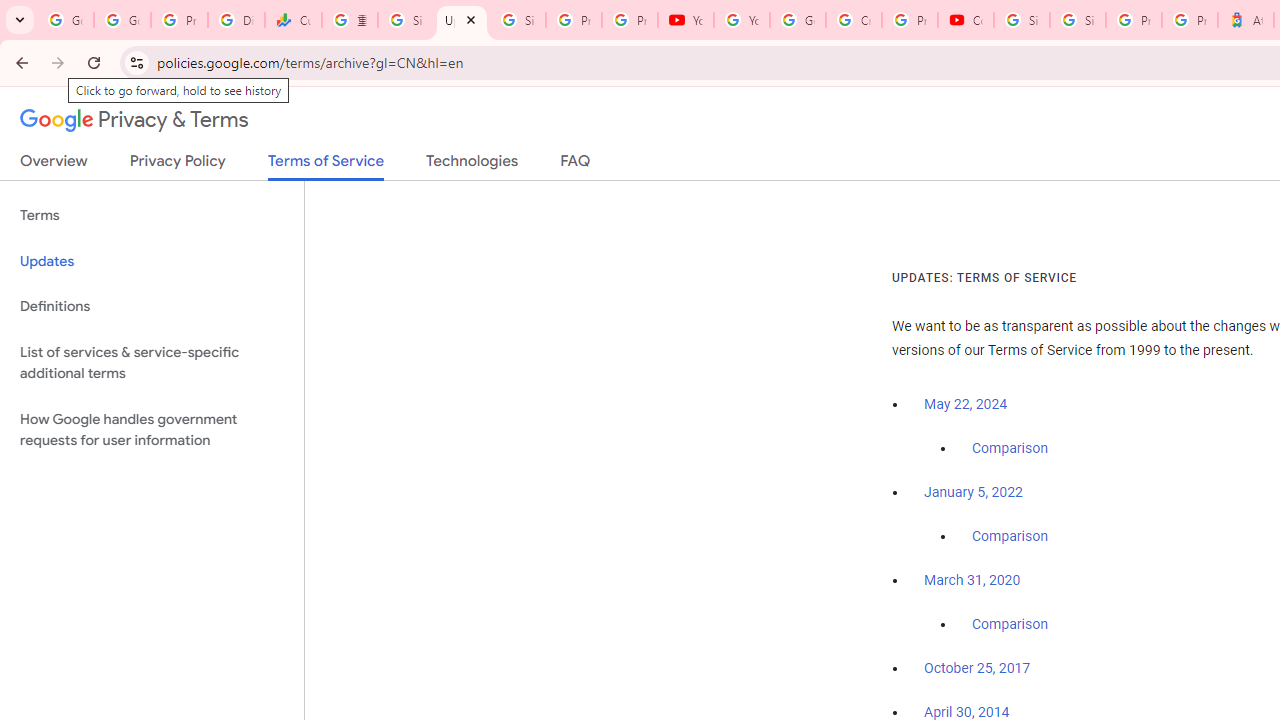 Image resolution: width=1280 pixels, height=720 pixels. Describe the element at coordinates (151, 362) in the screenshot. I see `'List of services & service-specific additional terms'` at that location.